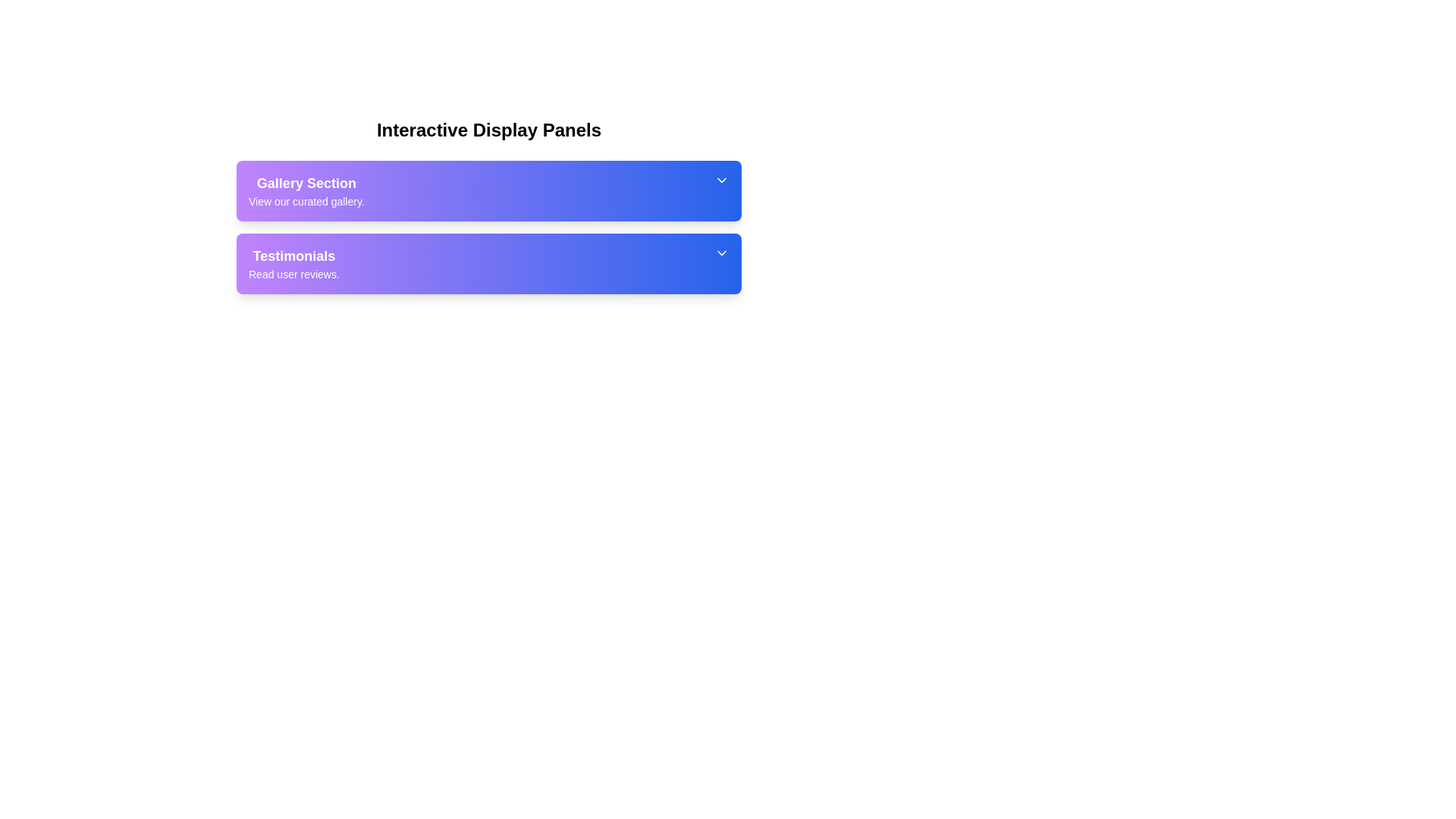  What do you see at coordinates (293, 262) in the screenshot?
I see `contents of the text block labeled 'Testimonials' which displays user reviews, styled with white text on a gradient purple-to-blue background` at bounding box center [293, 262].